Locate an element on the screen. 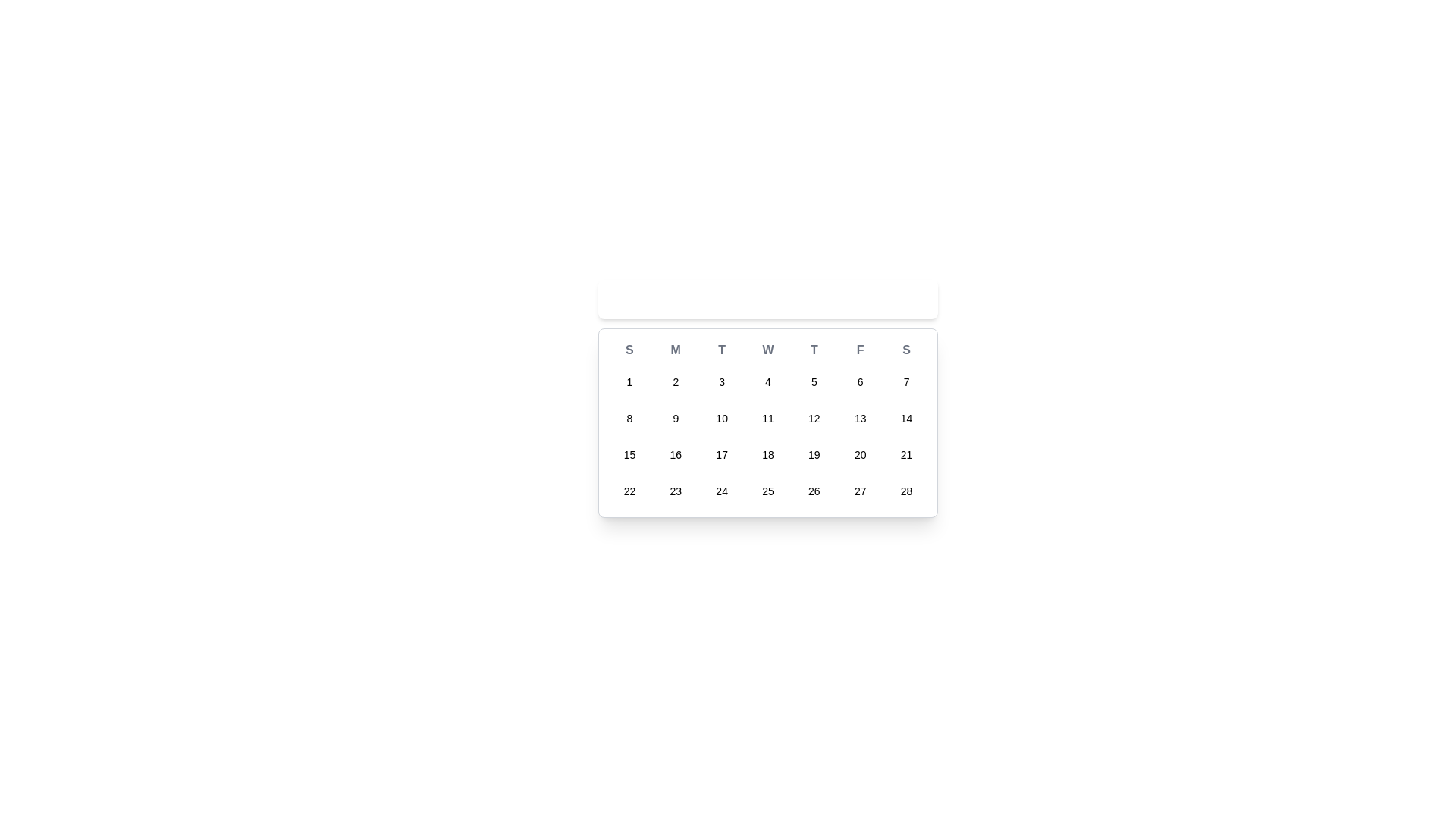 Image resolution: width=1456 pixels, height=819 pixels. the white rounded rectangular button labeled '16' in the fourth row and second column of the calendar grid is located at coordinates (675, 454).